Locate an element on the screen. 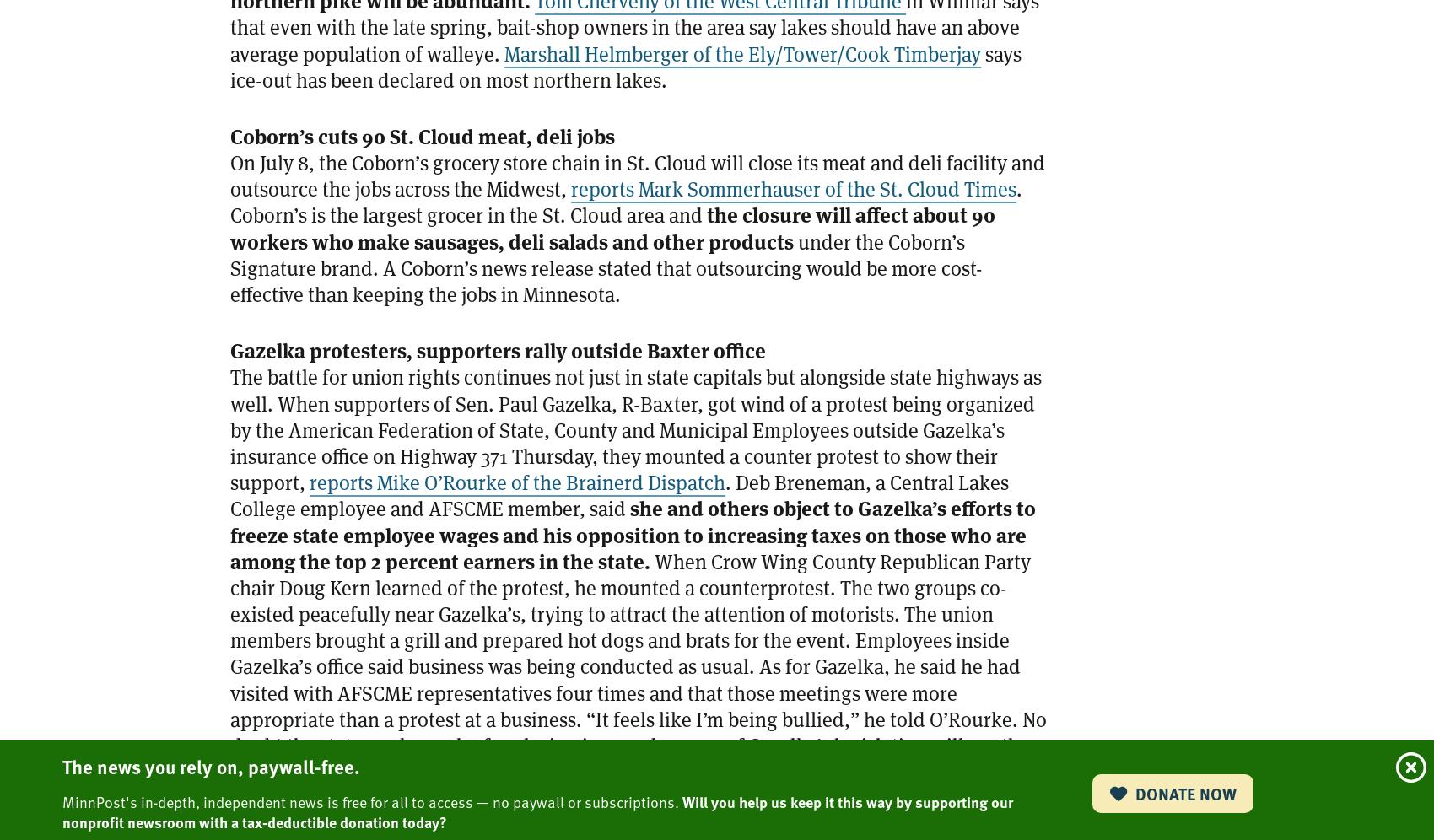  'Marshall Helmberger of the Ely/Tower/Cook Timberjay' is located at coordinates (504, 52).